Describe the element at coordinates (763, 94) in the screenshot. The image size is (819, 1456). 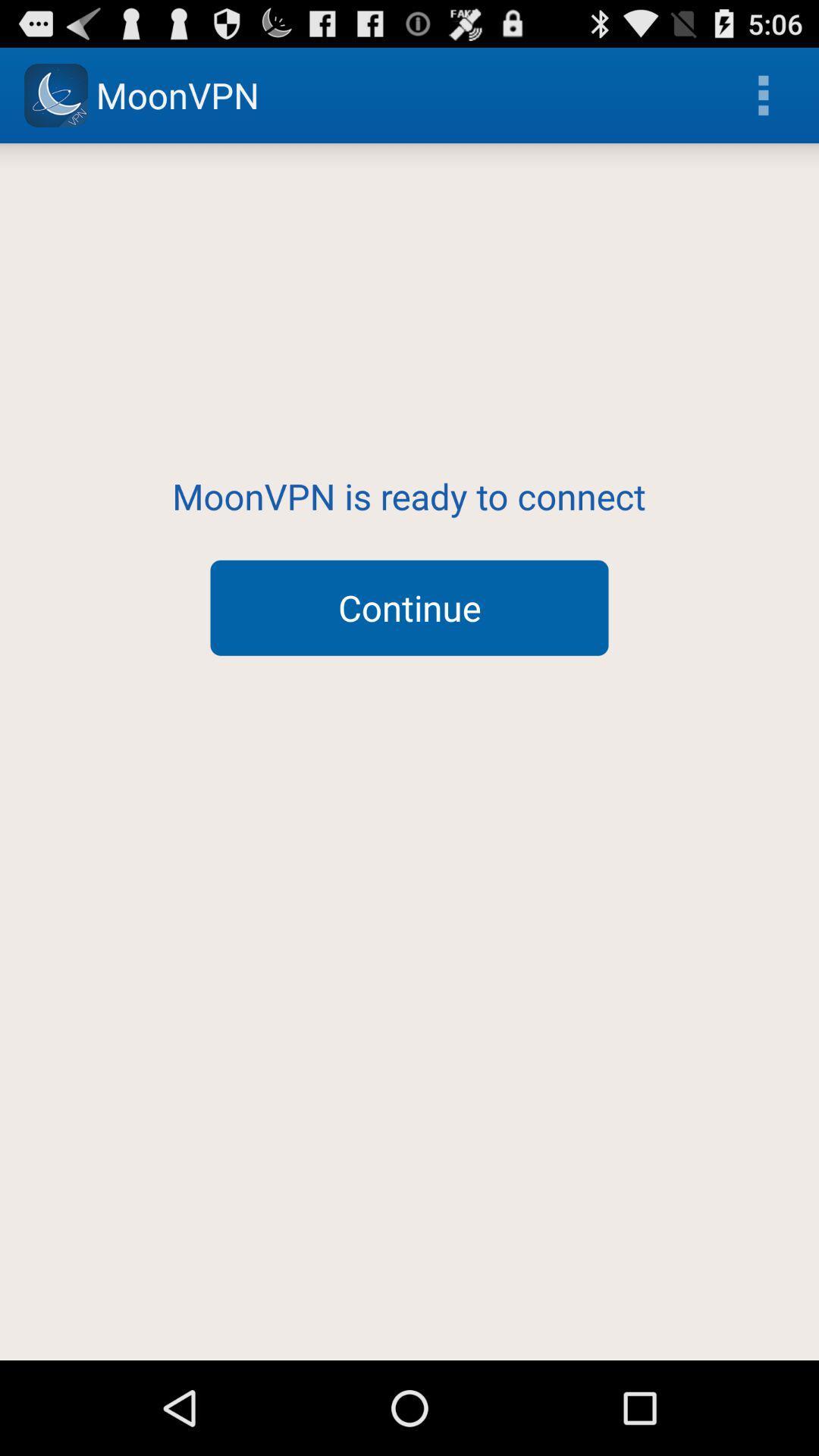
I see `the icon at the top right corner` at that location.